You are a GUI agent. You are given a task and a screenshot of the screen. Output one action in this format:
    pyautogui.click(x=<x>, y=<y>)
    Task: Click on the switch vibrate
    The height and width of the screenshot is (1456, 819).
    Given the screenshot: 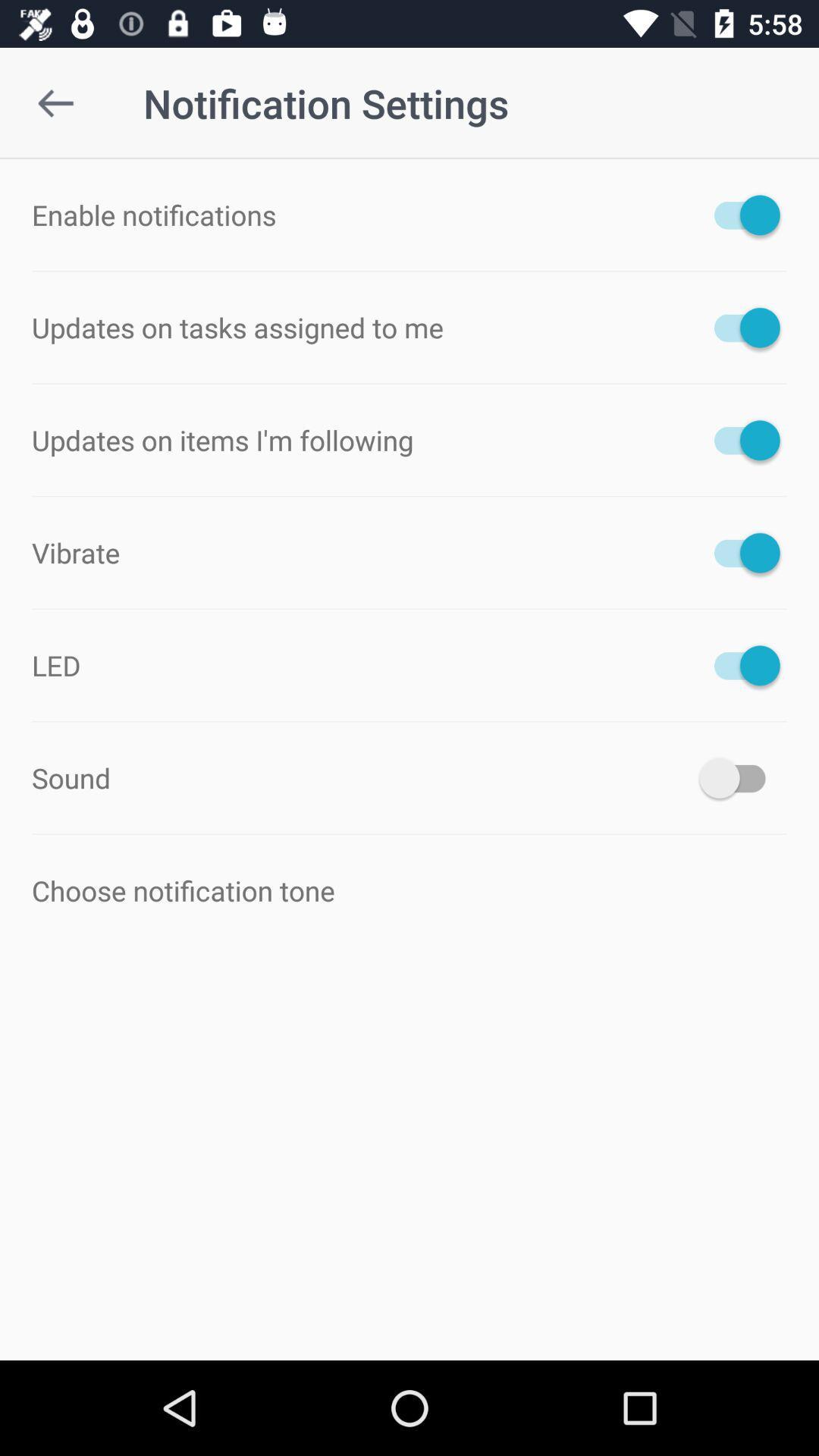 What is the action you would take?
    pyautogui.click(x=739, y=552)
    